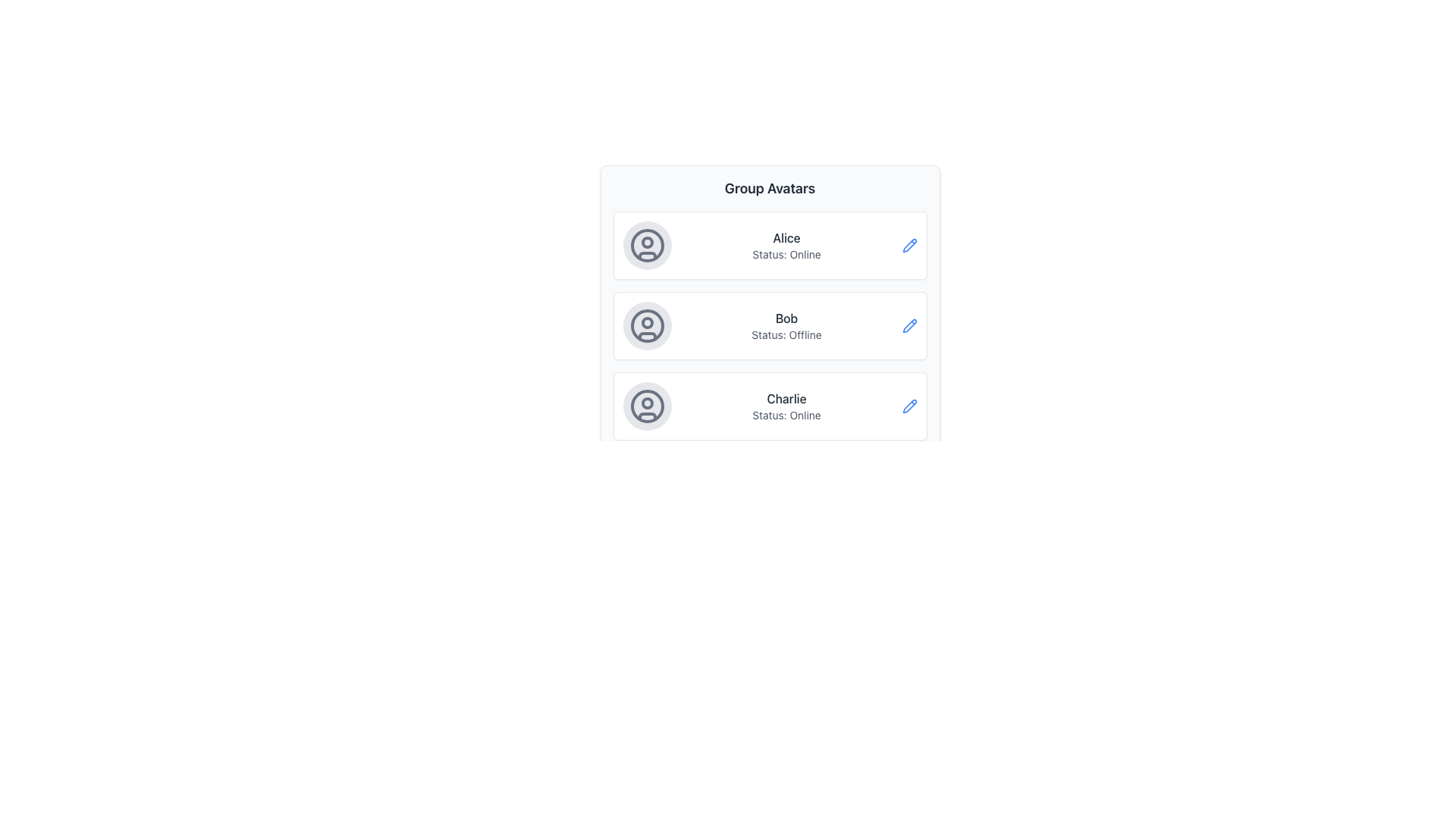  What do you see at coordinates (770, 245) in the screenshot?
I see `the first list item labeled 'Alice' in the 'Group Avatars' section, which features a user avatar icon and text indicating 'Status: Online'` at bounding box center [770, 245].